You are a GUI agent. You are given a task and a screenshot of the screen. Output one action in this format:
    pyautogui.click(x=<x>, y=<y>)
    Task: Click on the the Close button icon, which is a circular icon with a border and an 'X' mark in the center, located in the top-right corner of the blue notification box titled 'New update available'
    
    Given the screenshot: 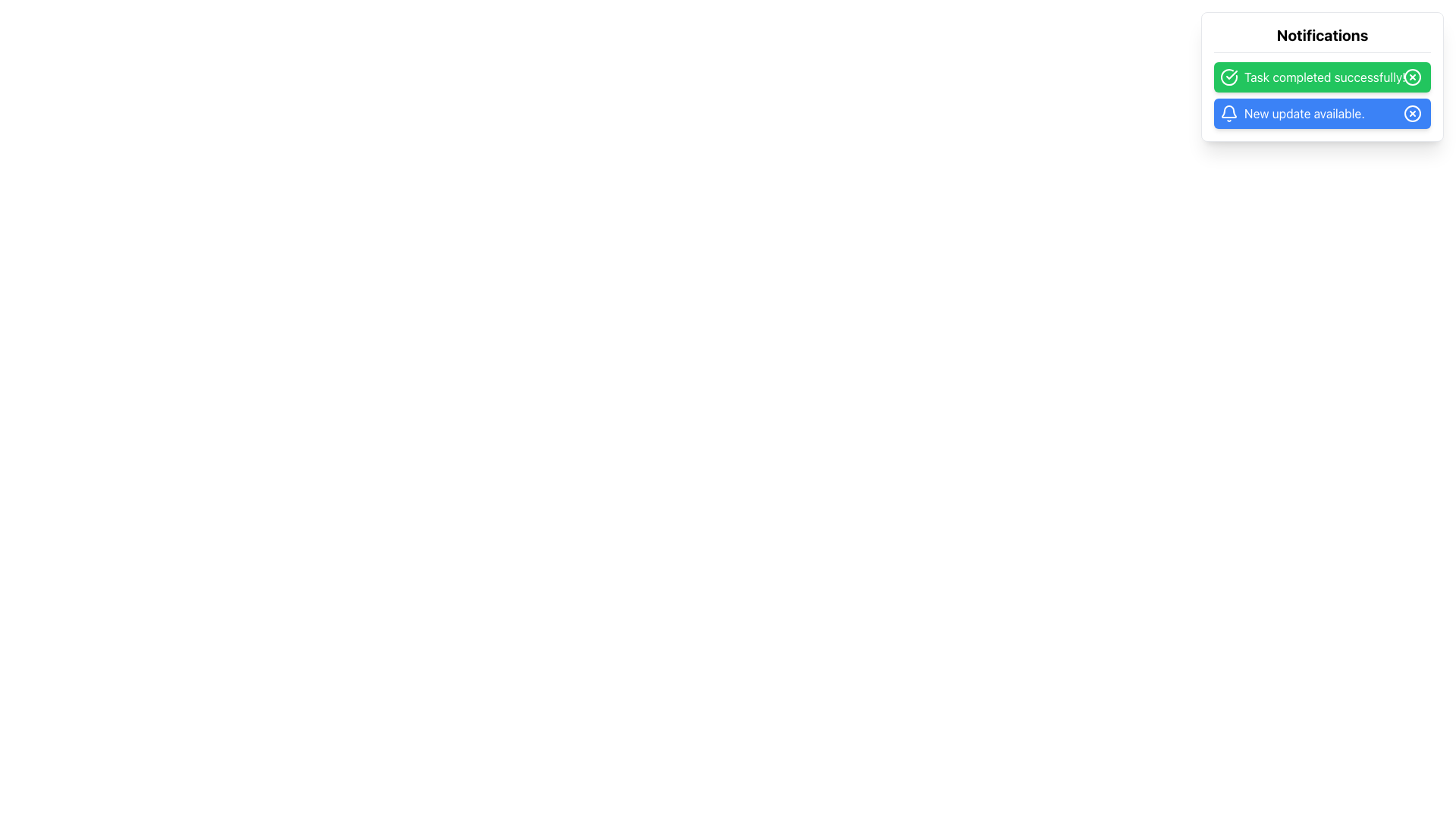 What is the action you would take?
    pyautogui.click(x=1411, y=113)
    